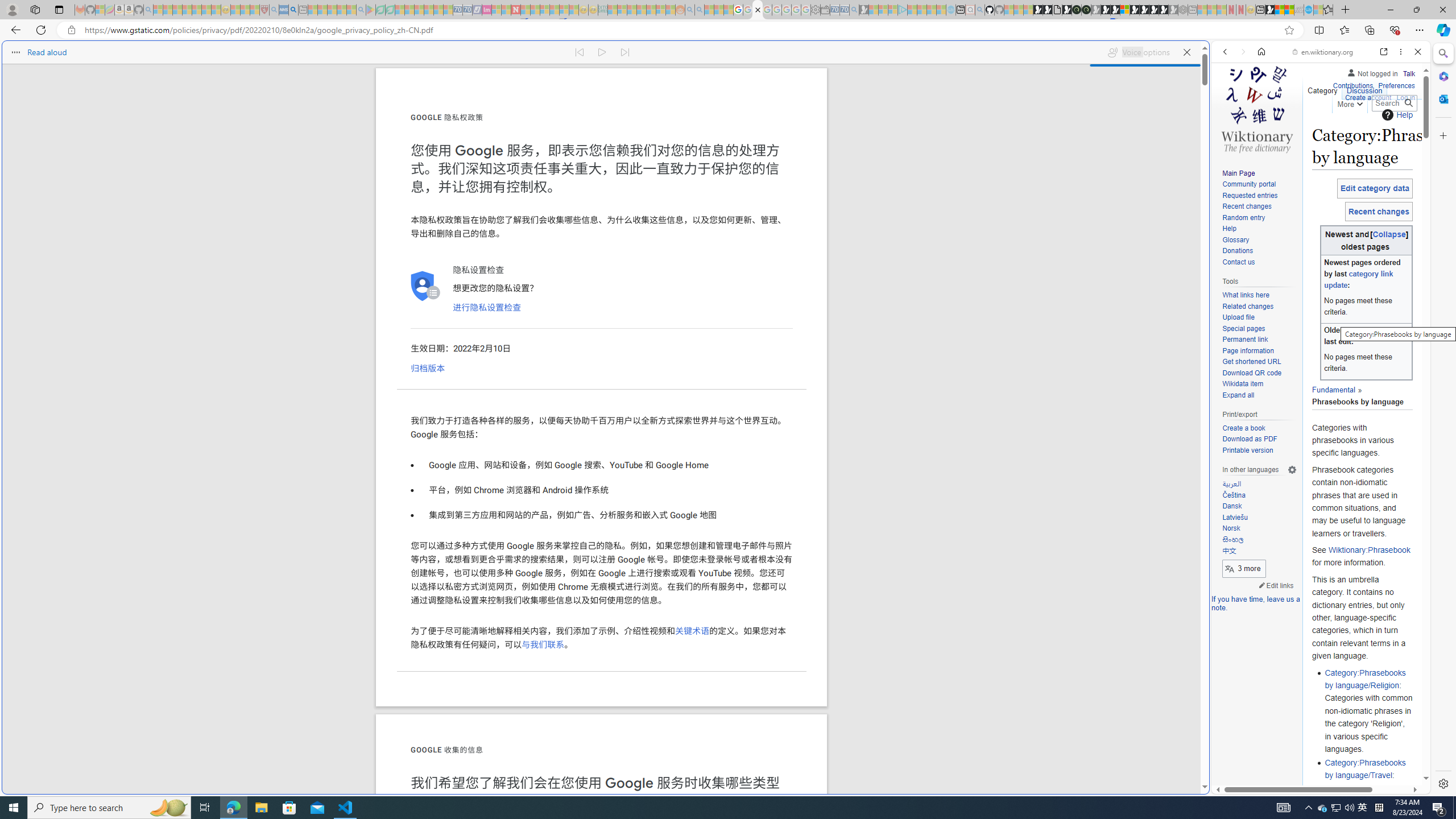  I want to click on 'Discussion', so click(1363, 88).